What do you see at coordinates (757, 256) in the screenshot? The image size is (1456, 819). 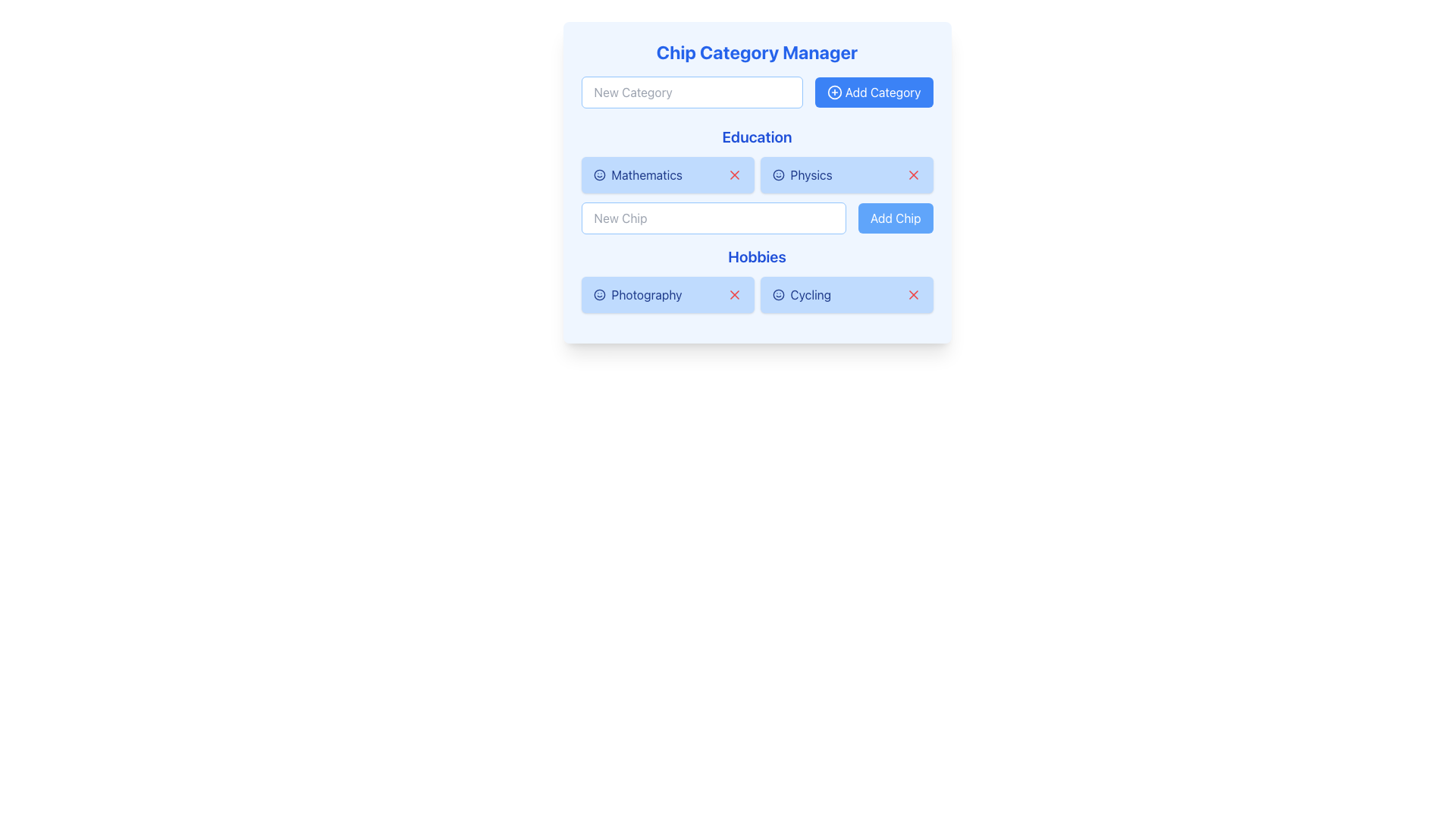 I see `the Text Label that categorizes the options under 'Hobbies', positioned between a text input field and selection buttons above, and selectable options like 'Photography' and 'Cycling' below` at bounding box center [757, 256].